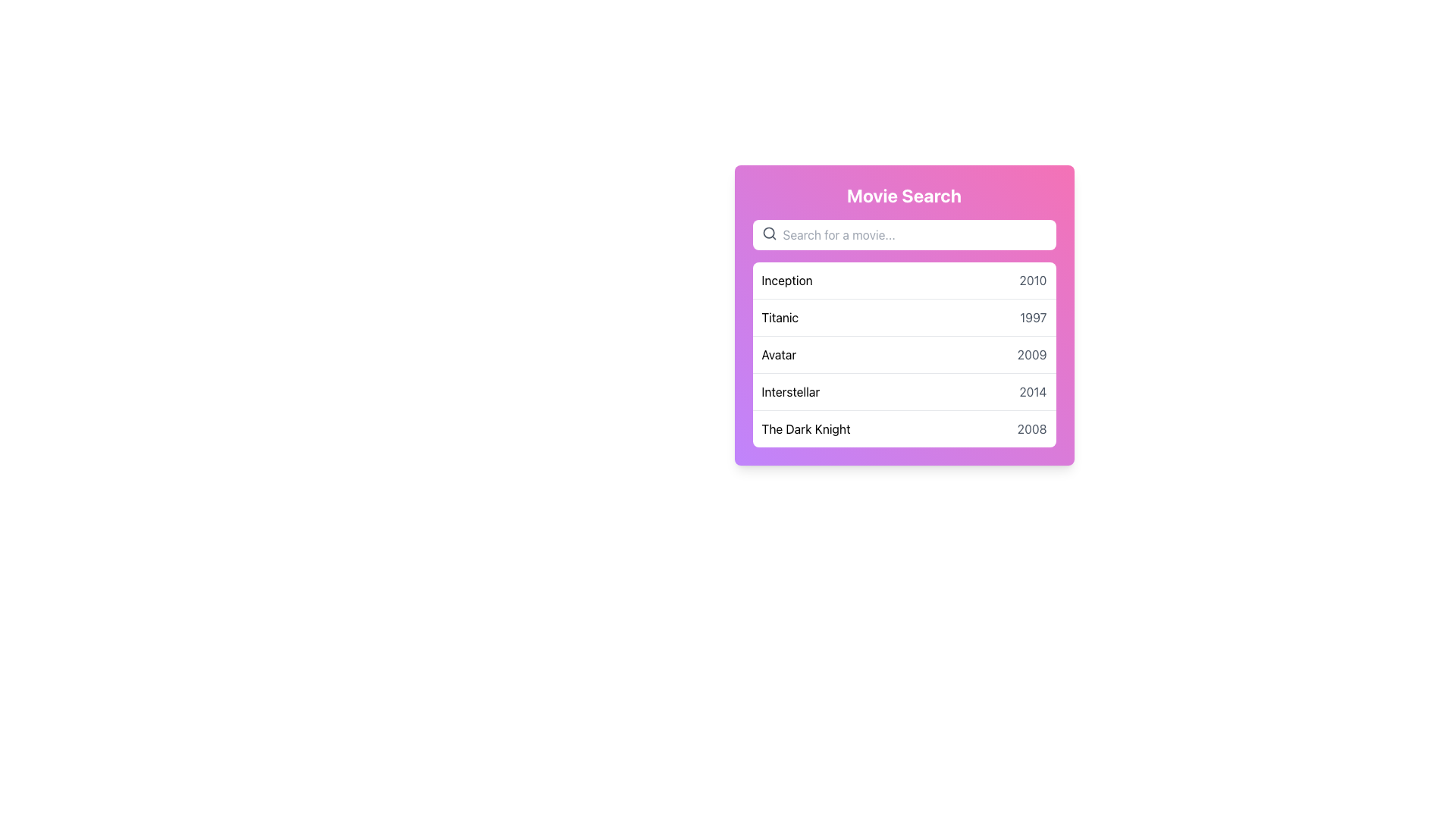 The image size is (1456, 819). What do you see at coordinates (904, 428) in the screenshot?
I see `the list item displaying 'The Dark Knight' (2008) which is the fifth item in the list, positioned below 'Interstellar (2014)'` at bounding box center [904, 428].